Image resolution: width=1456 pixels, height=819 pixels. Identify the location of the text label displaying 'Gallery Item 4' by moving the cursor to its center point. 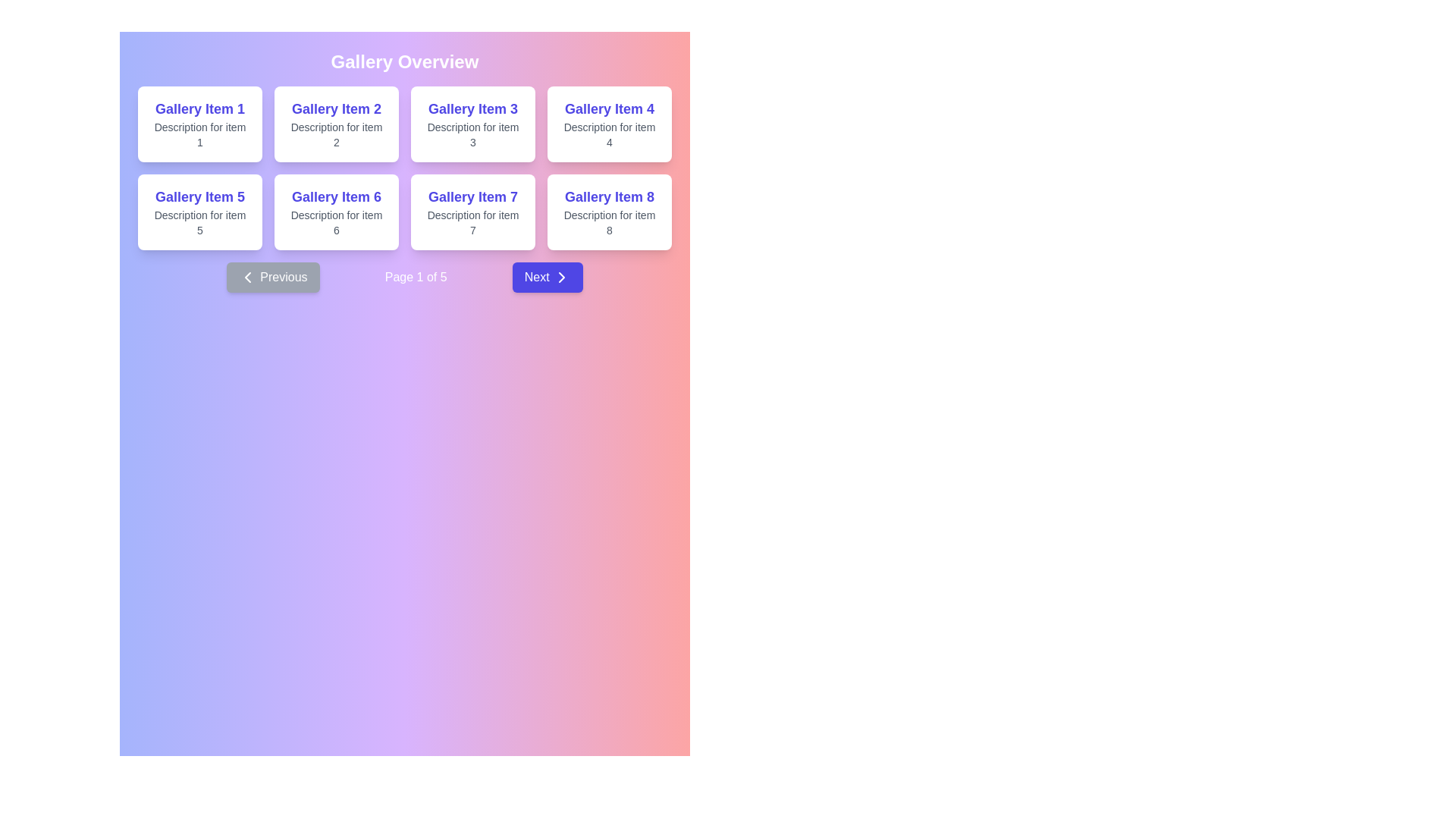
(610, 108).